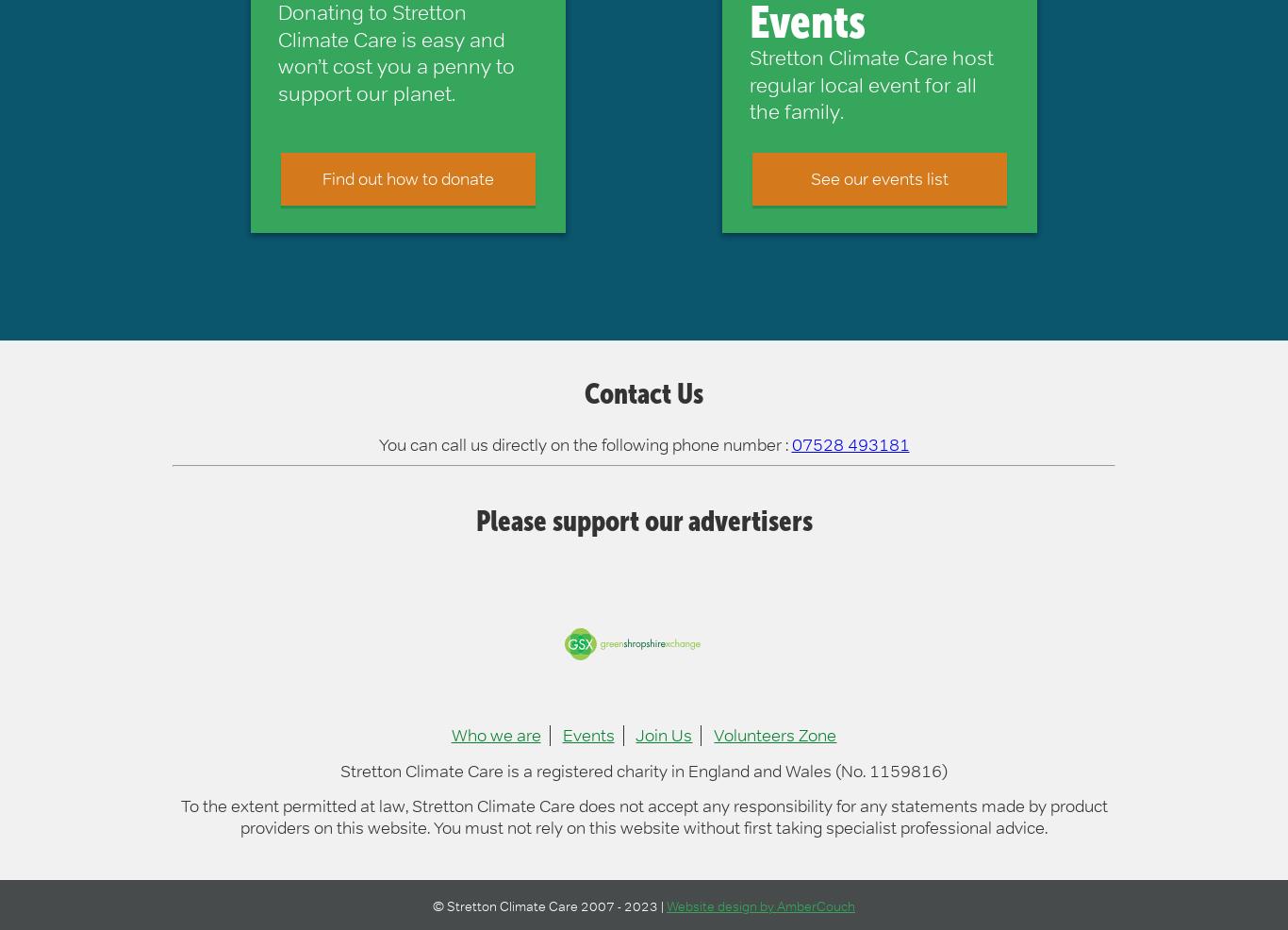  I want to click on 'Donating to Stretton Climate Care is easy and won’t cost you a penny to support our planet.', so click(276, 52).